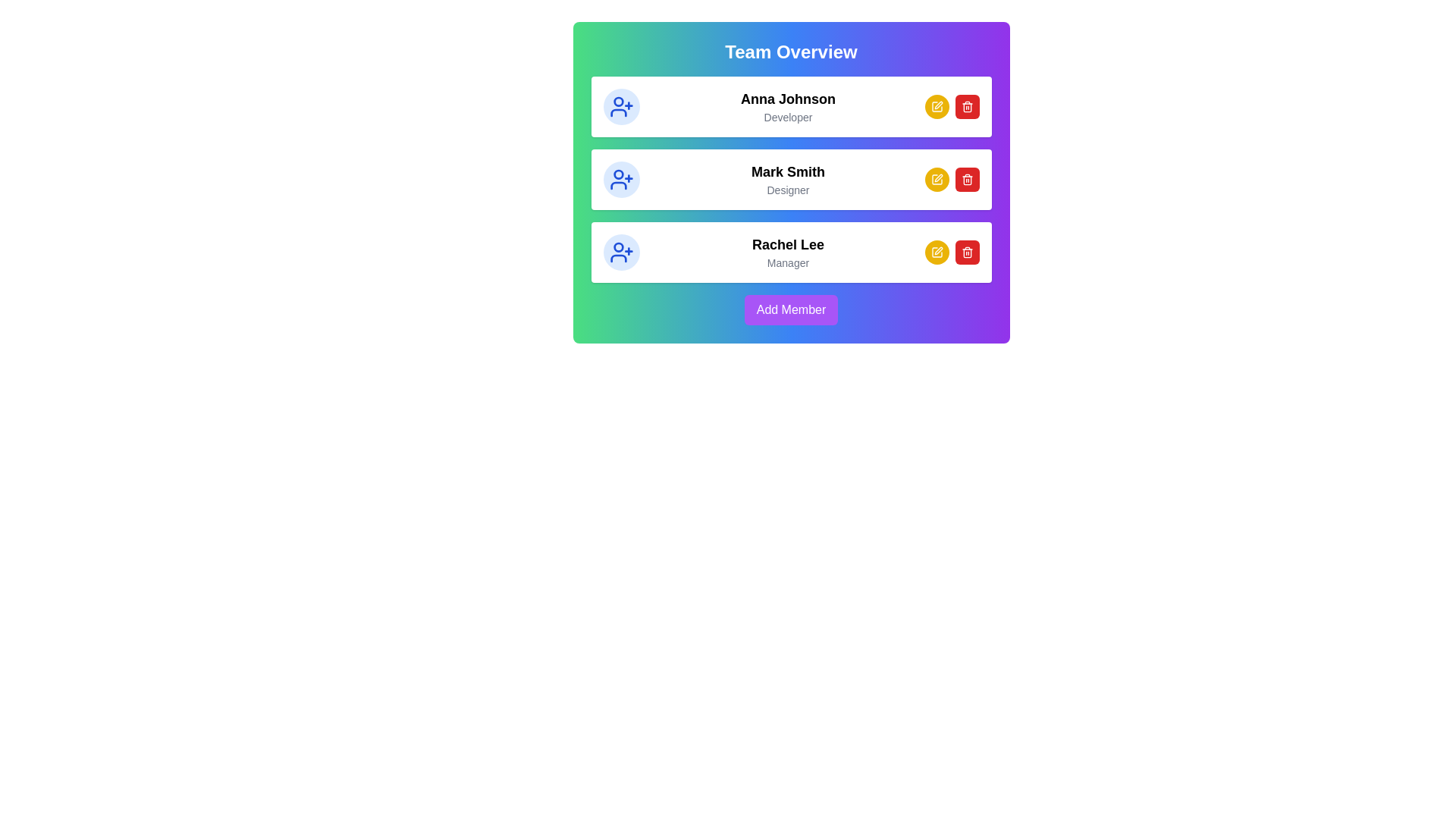 The image size is (1456, 819). I want to click on the leftmost circular button with a yellow background and a white pen icon in the 'Mark Smith, Designer' row, so click(936, 178).